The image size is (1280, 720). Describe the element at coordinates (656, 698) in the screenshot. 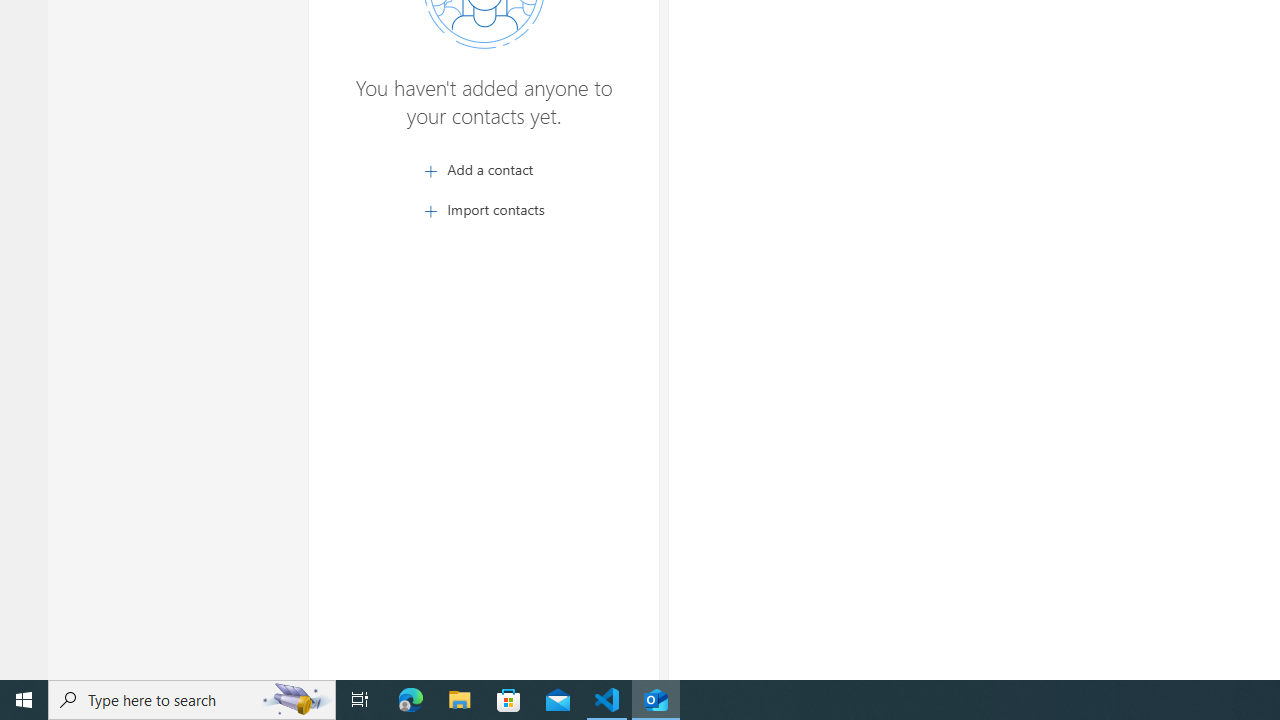

I see `'Outlook (new) - 1 running window'` at that location.